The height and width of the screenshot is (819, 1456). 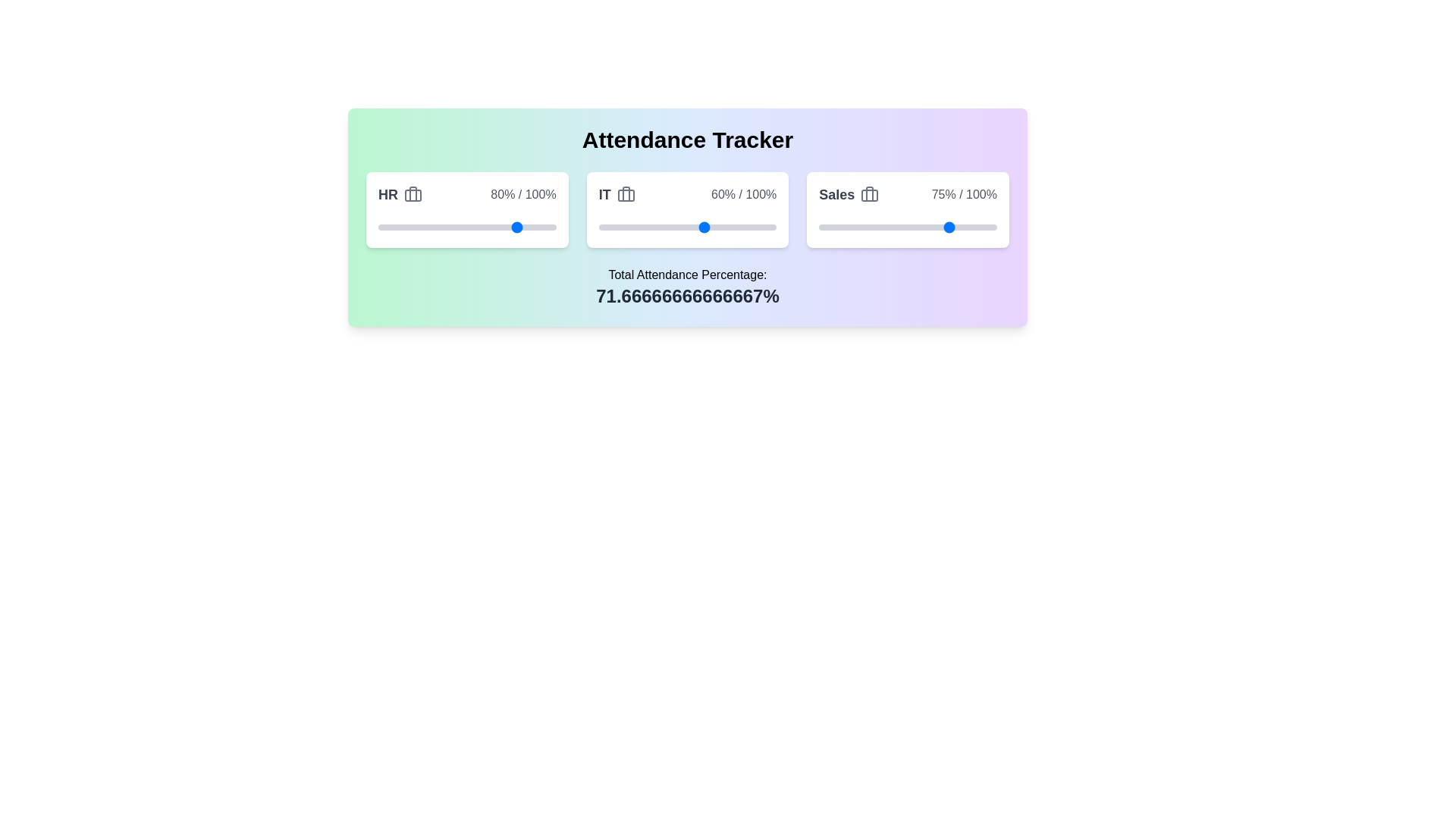 What do you see at coordinates (632, 227) in the screenshot?
I see `the slider value` at bounding box center [632, 227].